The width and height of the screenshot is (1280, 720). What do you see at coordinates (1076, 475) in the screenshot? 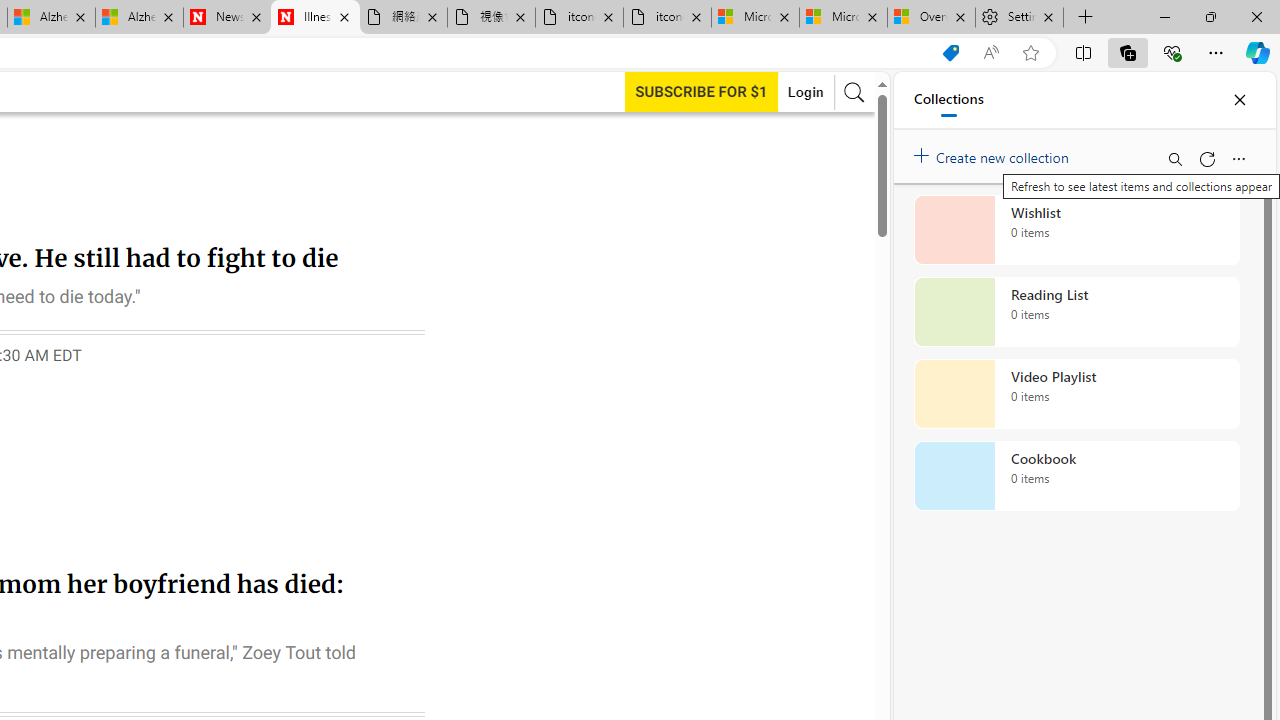
I see `'Cookbook collection, 0 items'` at bounding box center [1076, 475].